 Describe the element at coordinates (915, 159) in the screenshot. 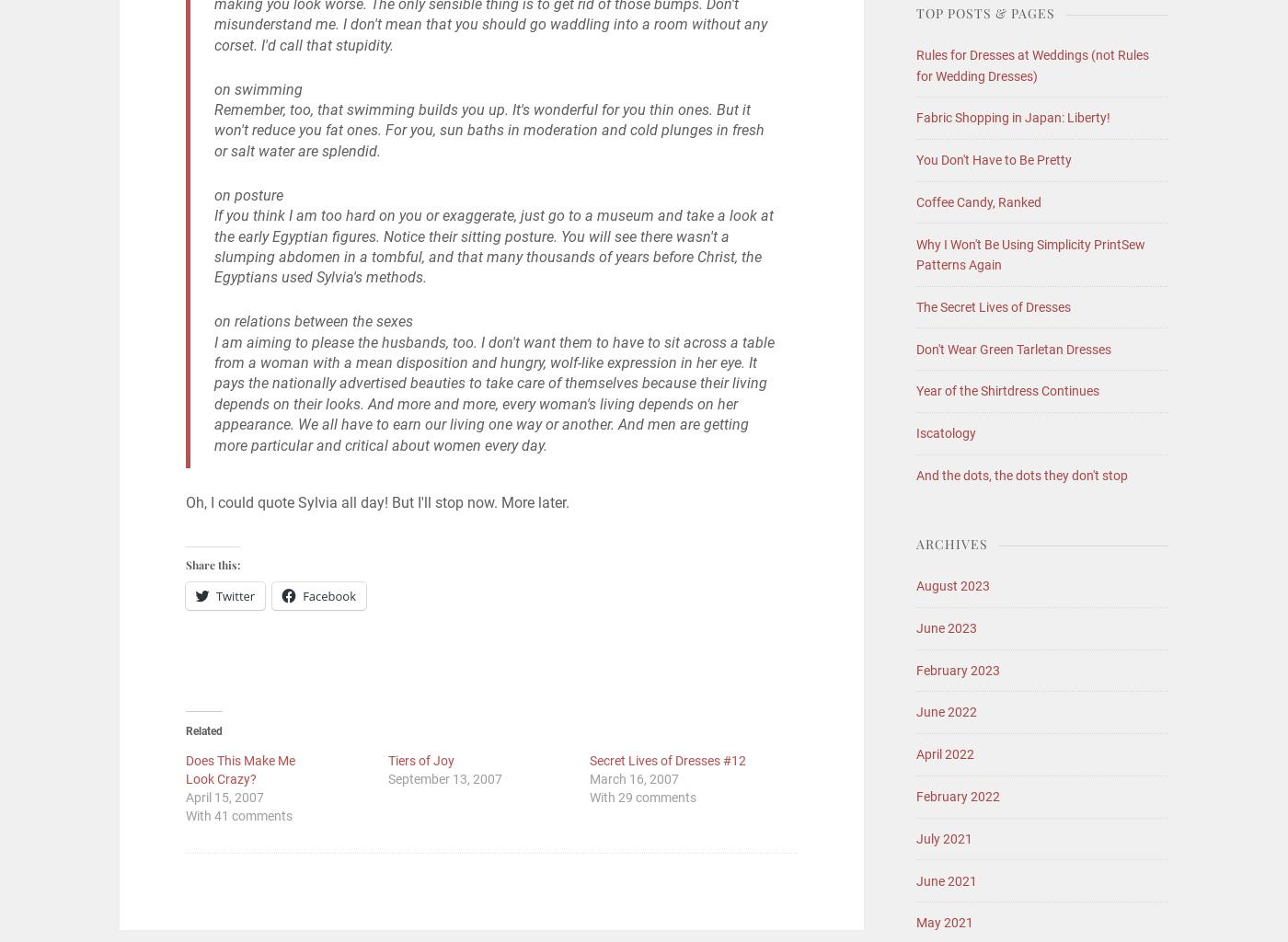

I see `'You Don't Have to Be Pretty'` at that location.